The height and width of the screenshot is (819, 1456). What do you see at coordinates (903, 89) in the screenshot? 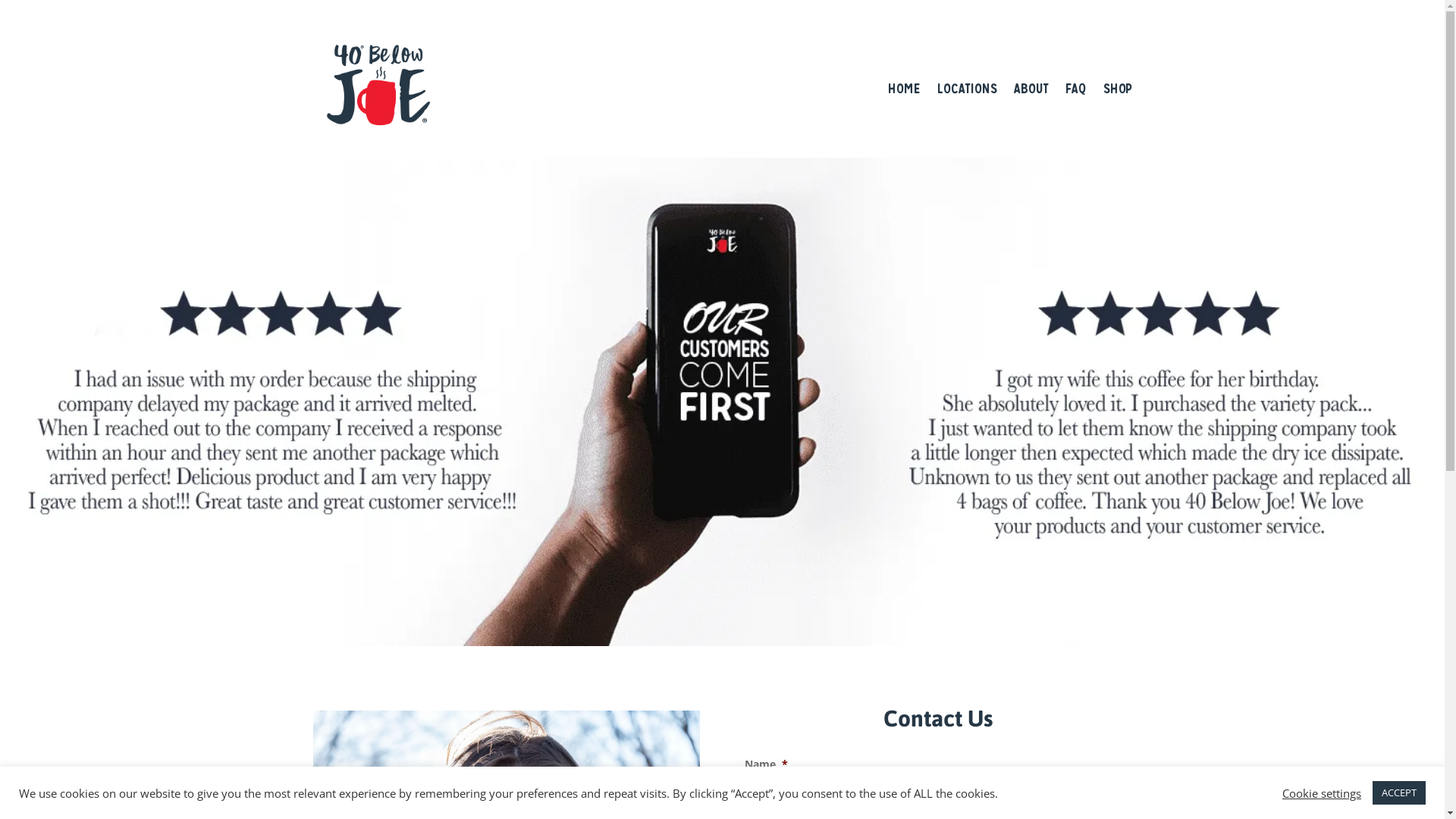
I see `'HOME'` at bounding box center [903, 89].